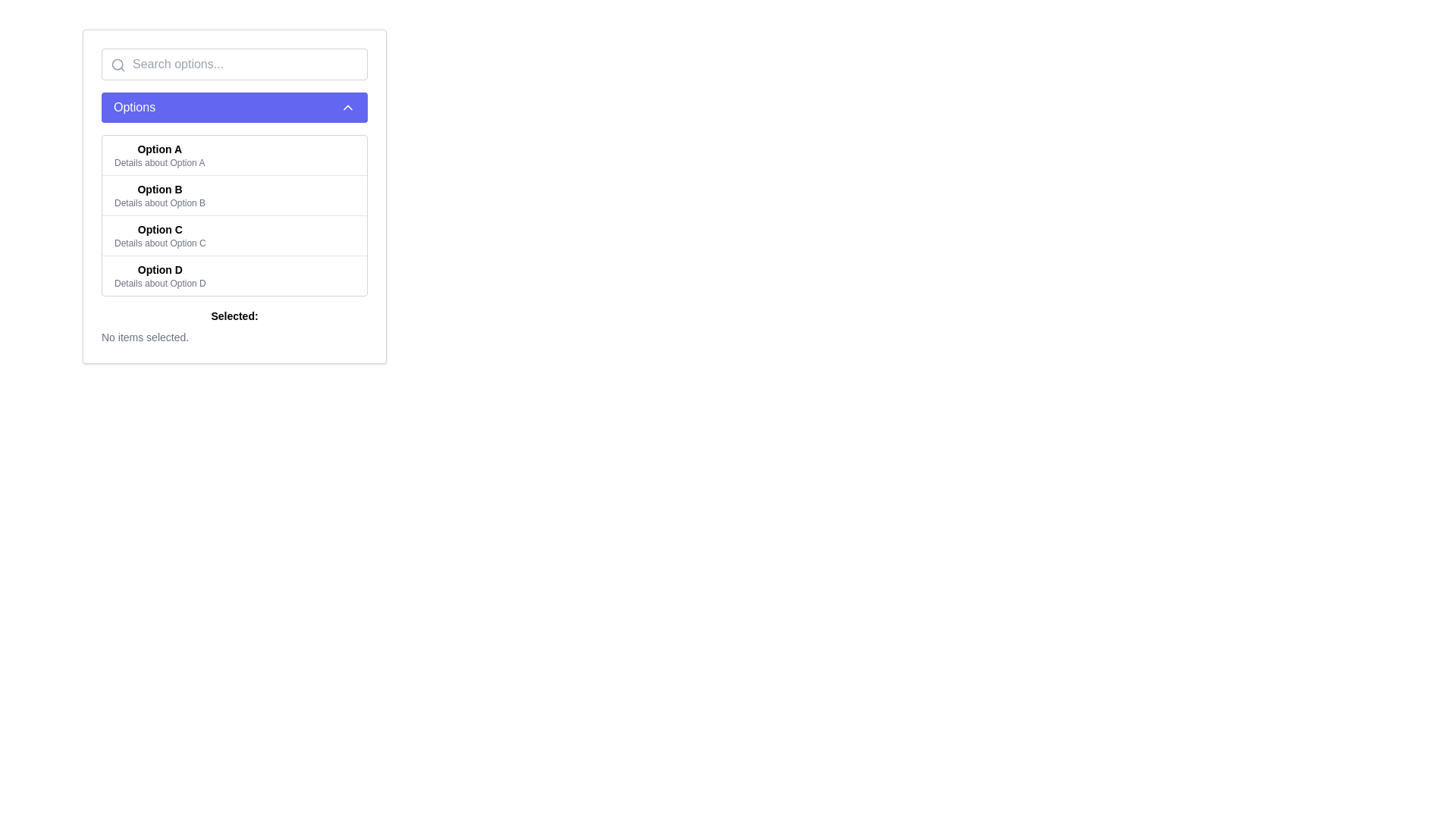 The image size is (1456, 819). I want to click on displayed text of the label representing the second option in the dropdown menu, located immediately beneath 'Option A', so click(160, 189).